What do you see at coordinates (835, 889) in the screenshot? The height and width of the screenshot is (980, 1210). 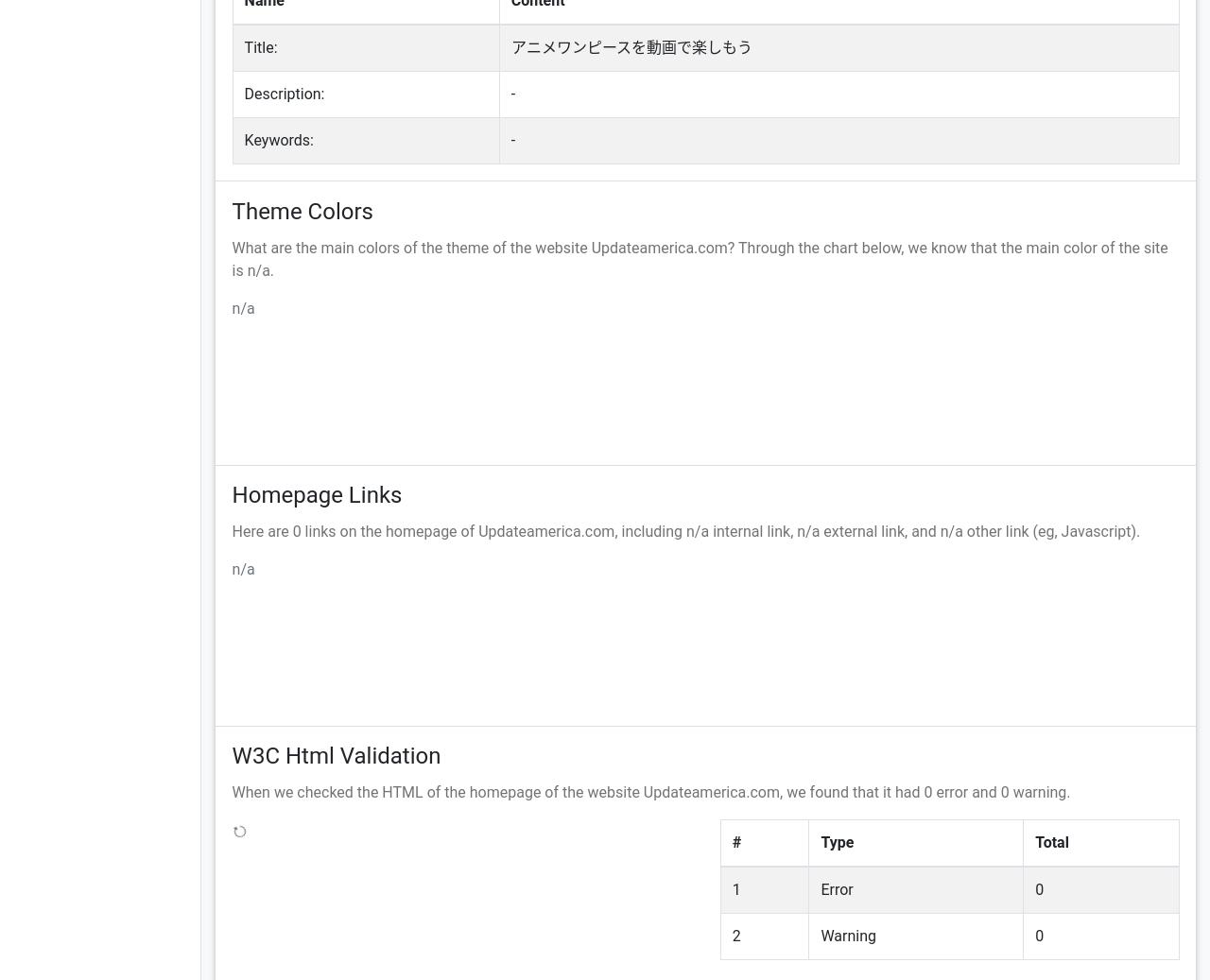 I see `'Error'` at bounding box center [835, 889].